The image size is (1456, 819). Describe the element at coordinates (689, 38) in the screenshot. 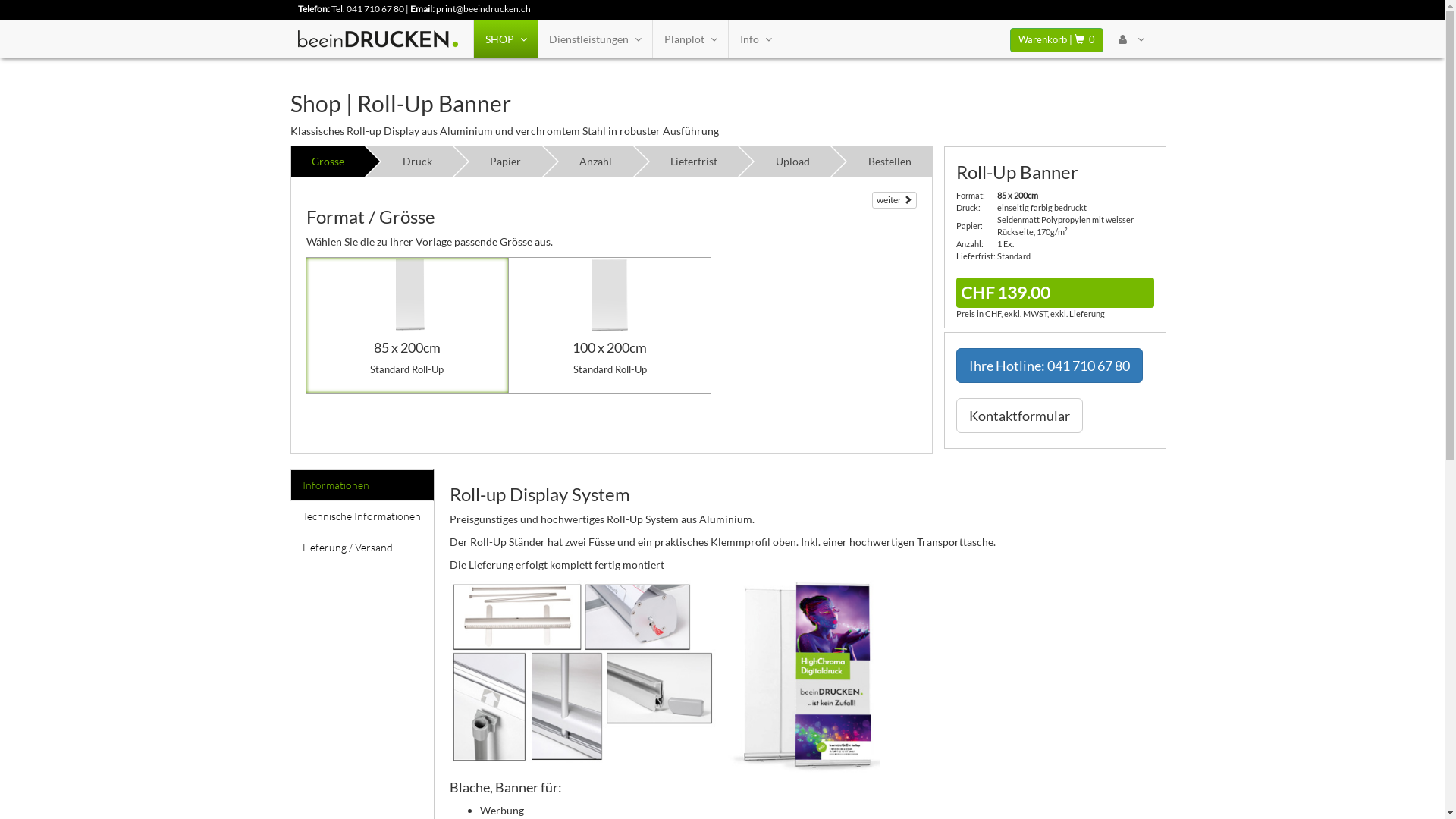

I see `'Planplot'` at that location.